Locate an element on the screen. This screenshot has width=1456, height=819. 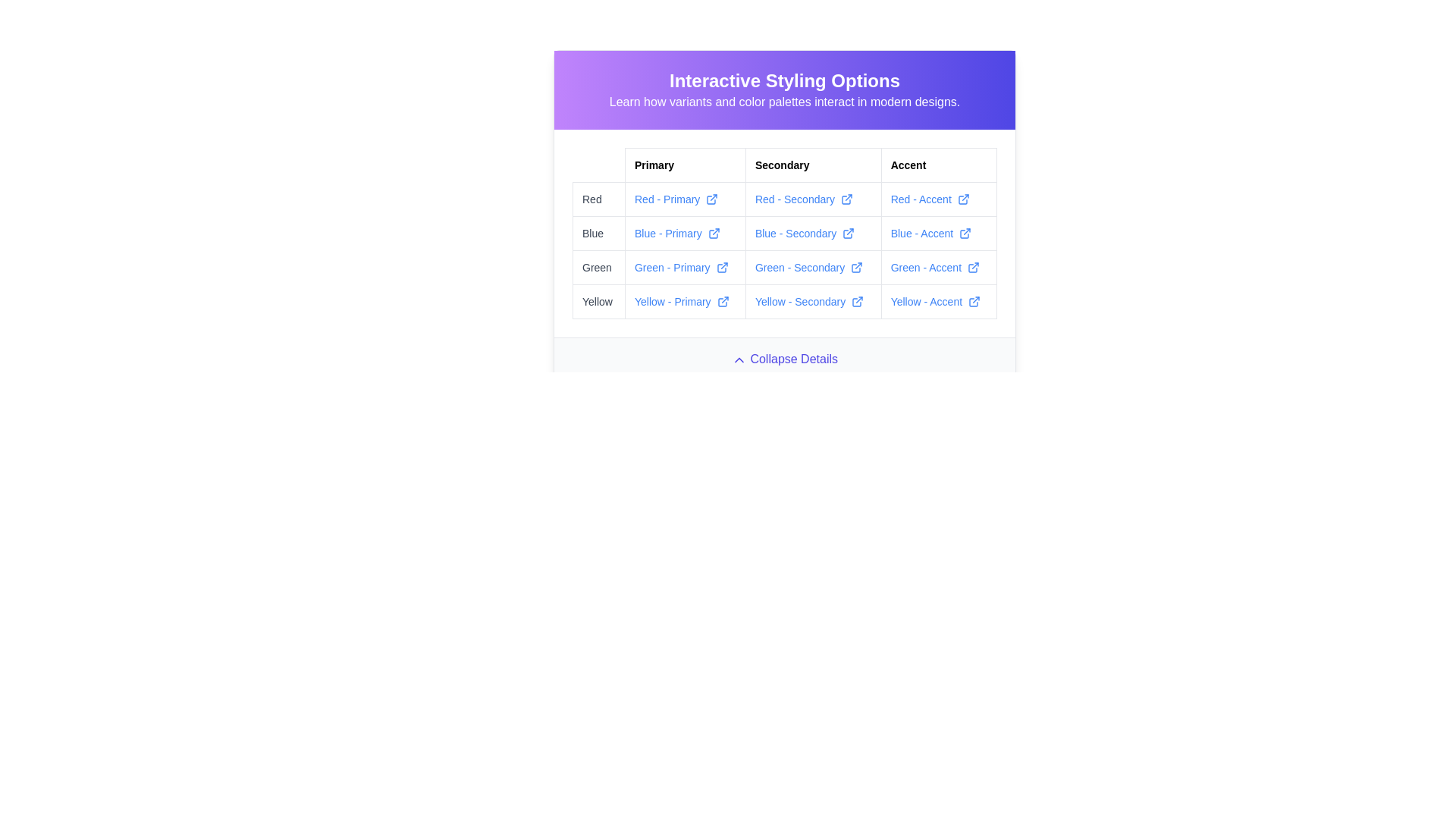
the hyperlink with an external link indicator located is located at coordinates (684, 267).